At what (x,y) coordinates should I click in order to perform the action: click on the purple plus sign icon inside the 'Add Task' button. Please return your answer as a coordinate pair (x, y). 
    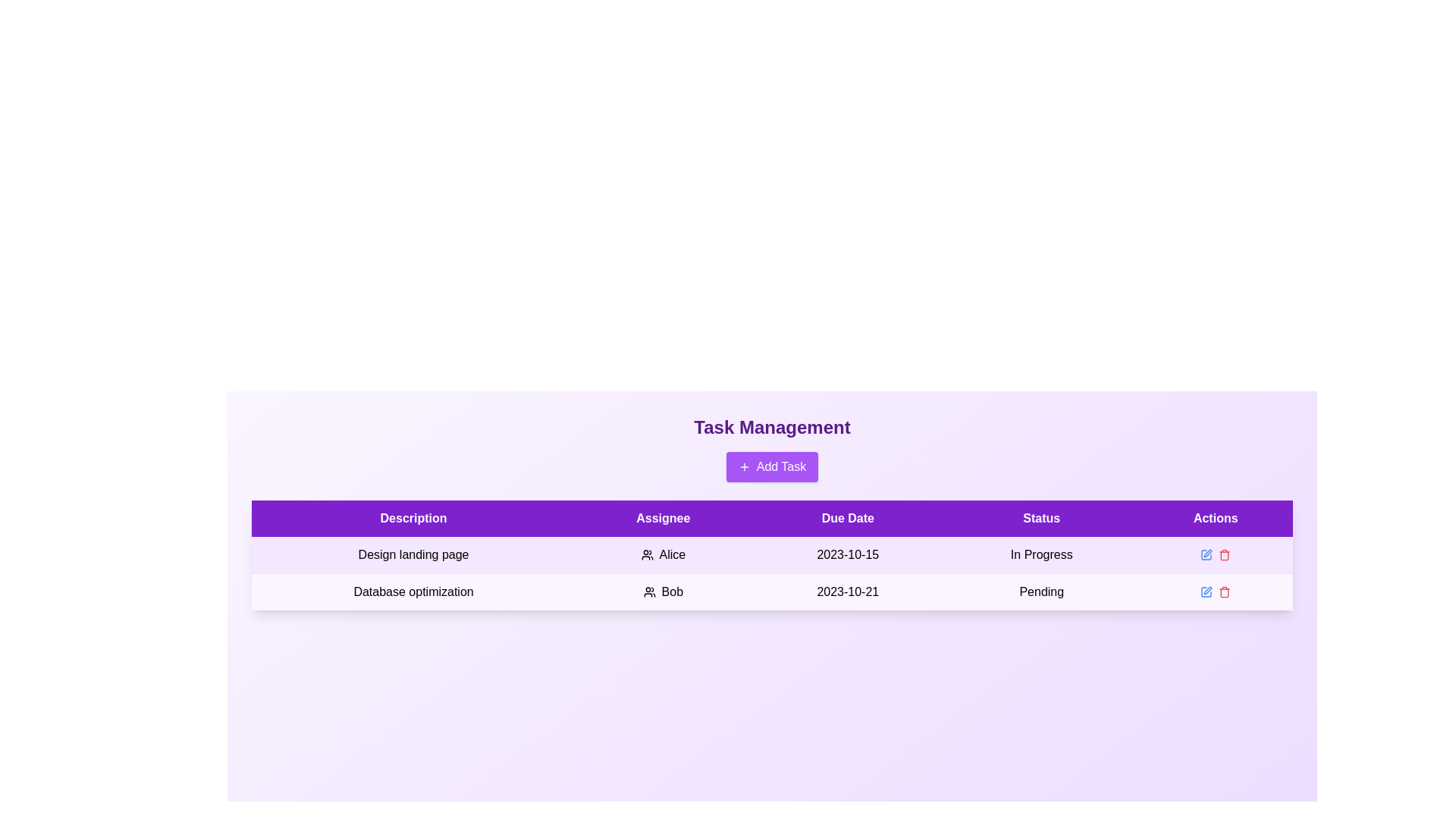
    Looking at the image, I should click on (744, 466).